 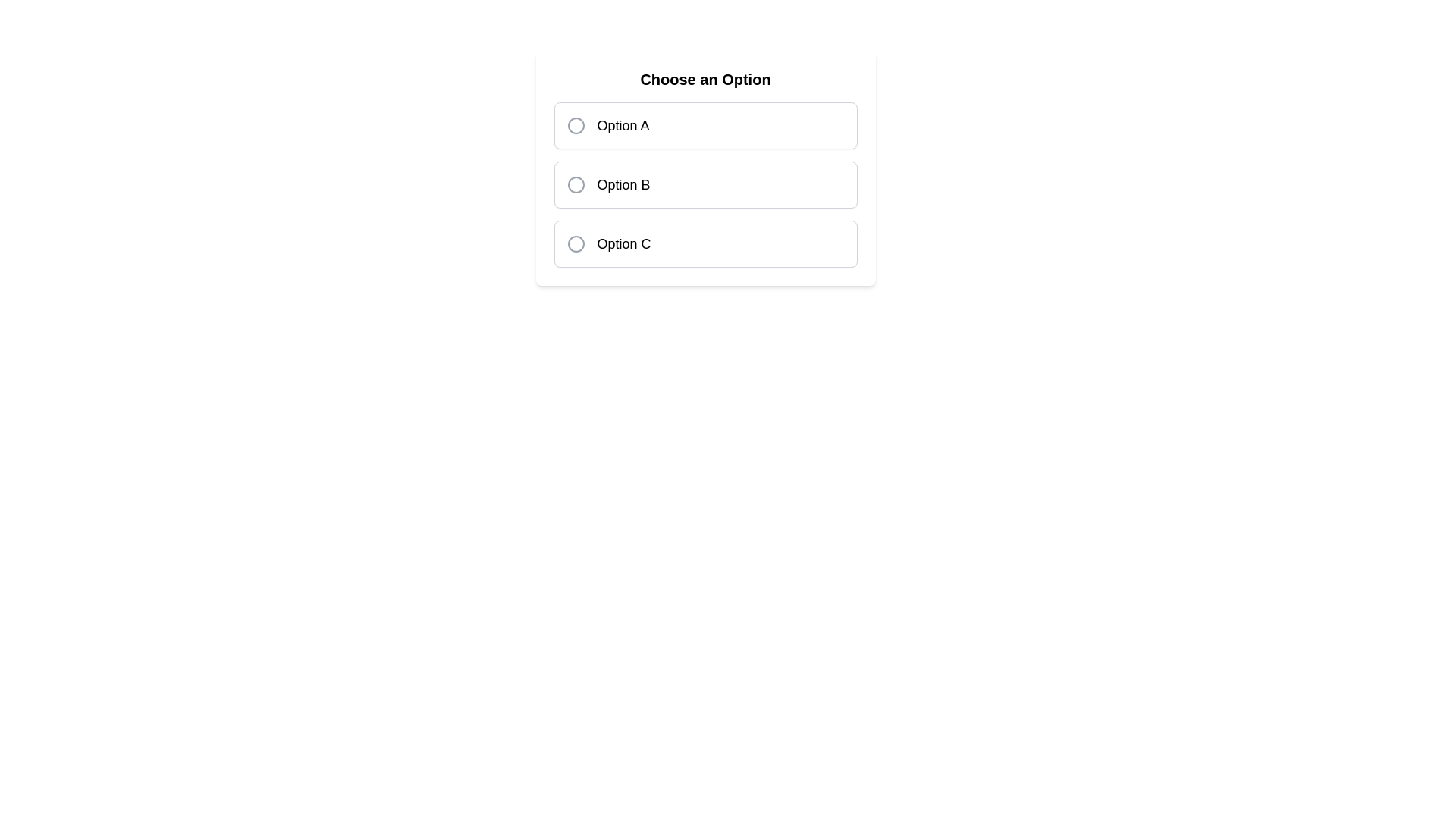 I want to click on the text label displaying 'Option B', which is styled with medium font size and standard weight, positioned as the second option in a selection group on a form interface, so click(x=623, y=184).